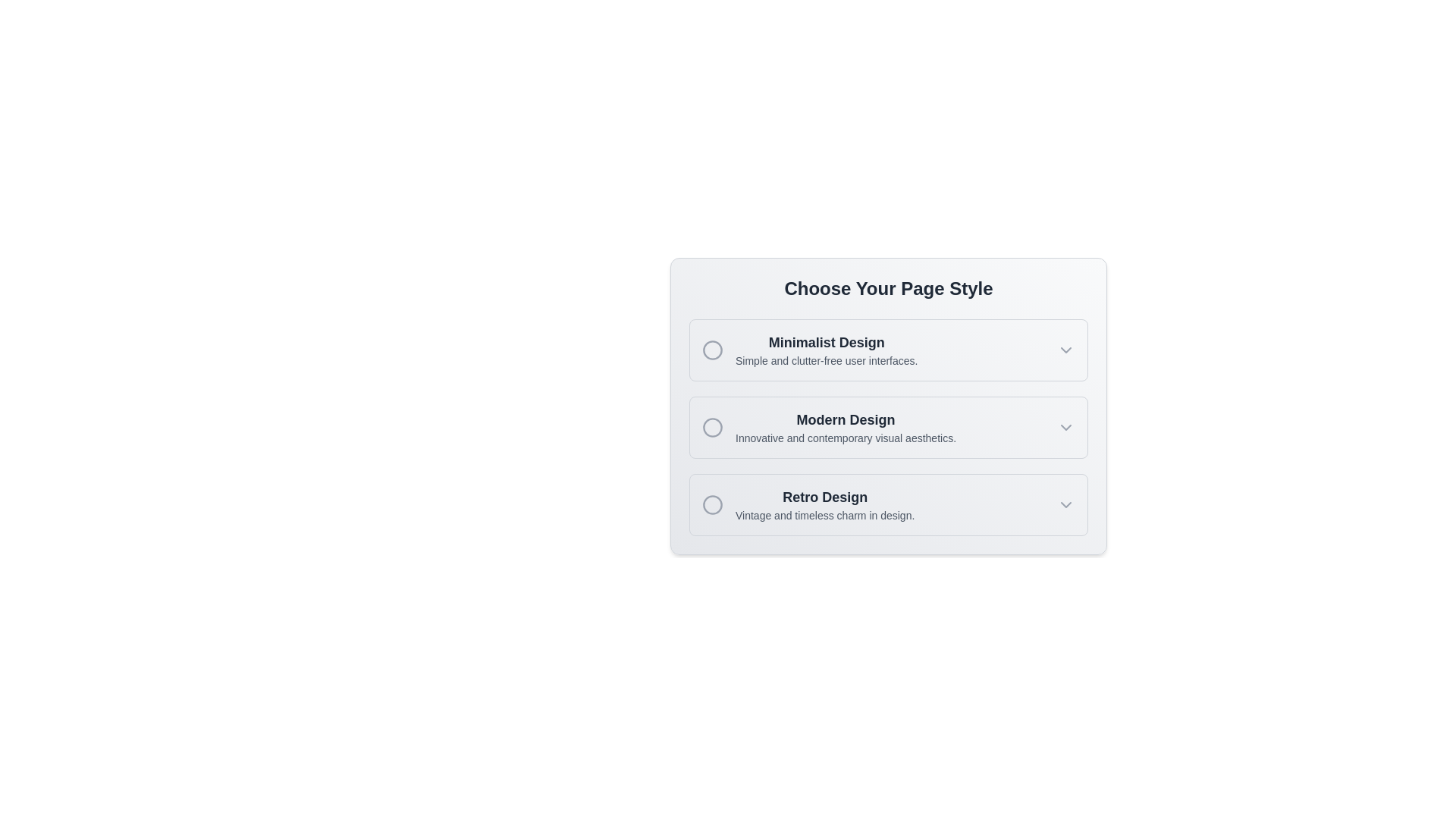 Image resolution: width=1456 pixels, height=819 pixels. Describe the element at coordinates (809, 350) in the screenshot. I see `the first design option in the vertically stacked list under the 'Choose Your Page Style' header` at that location.